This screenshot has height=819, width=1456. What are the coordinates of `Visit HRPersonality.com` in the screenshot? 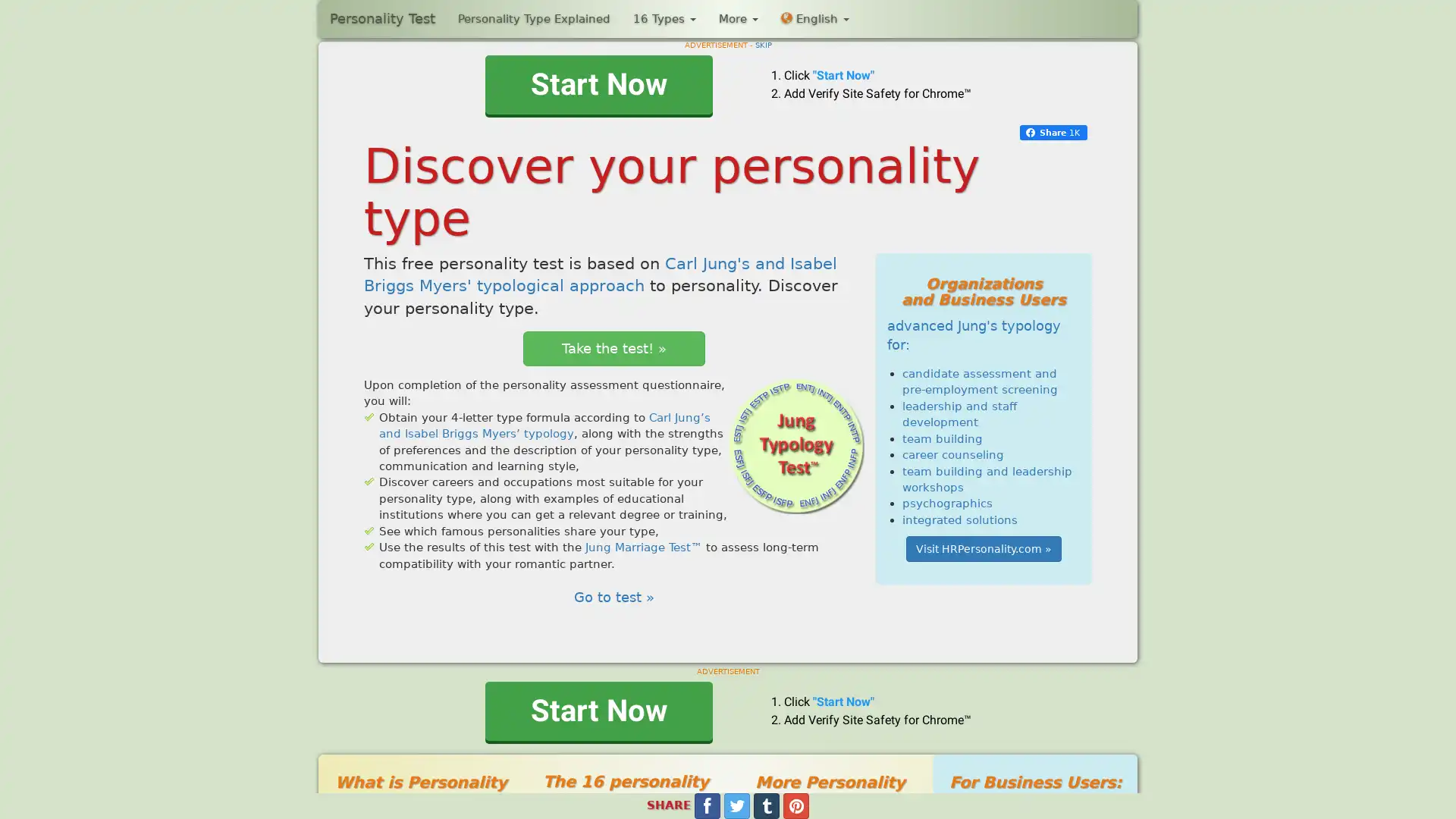 It's located at (984, 549).